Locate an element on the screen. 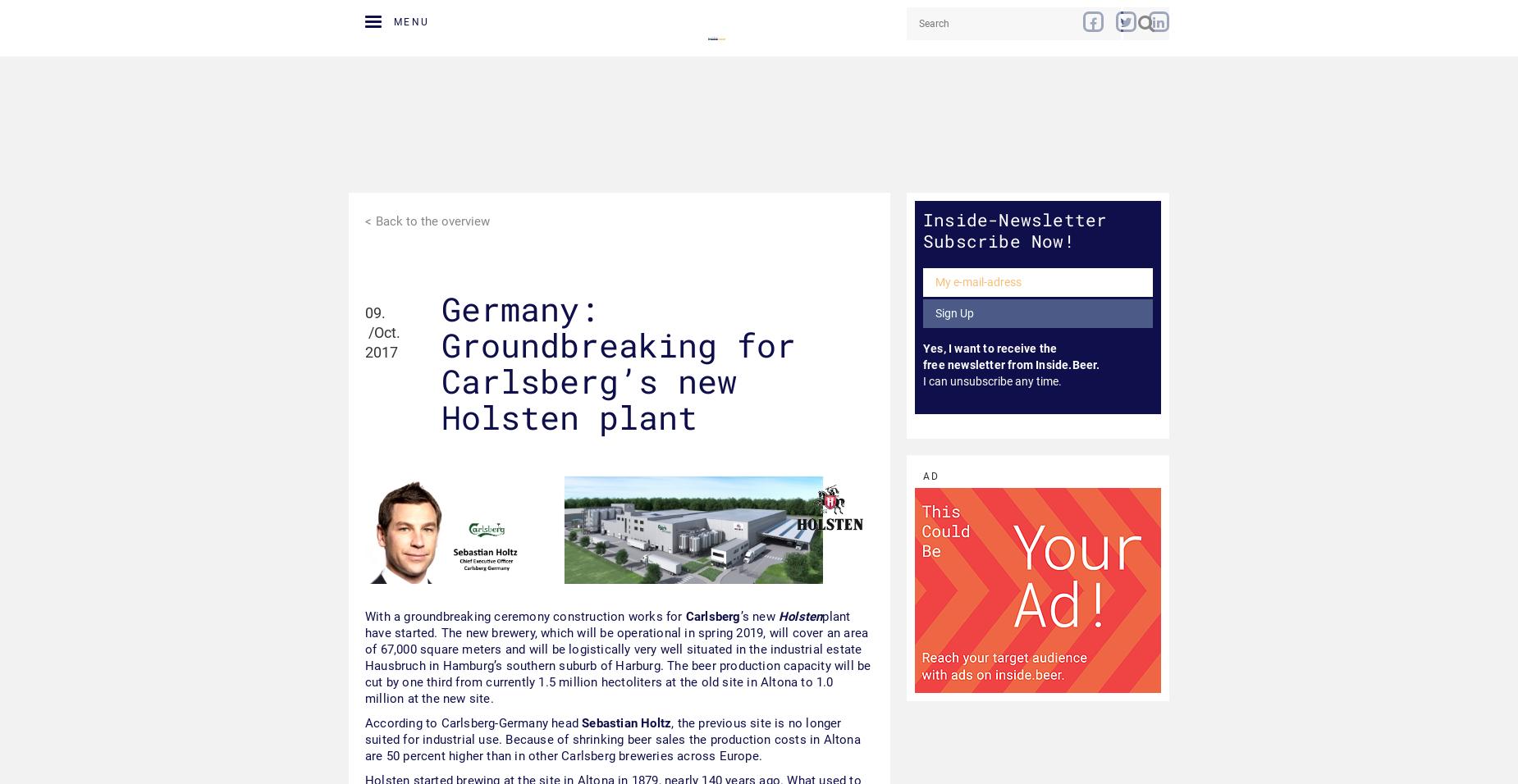  'Holsten' is located at coordinates (799, 615).